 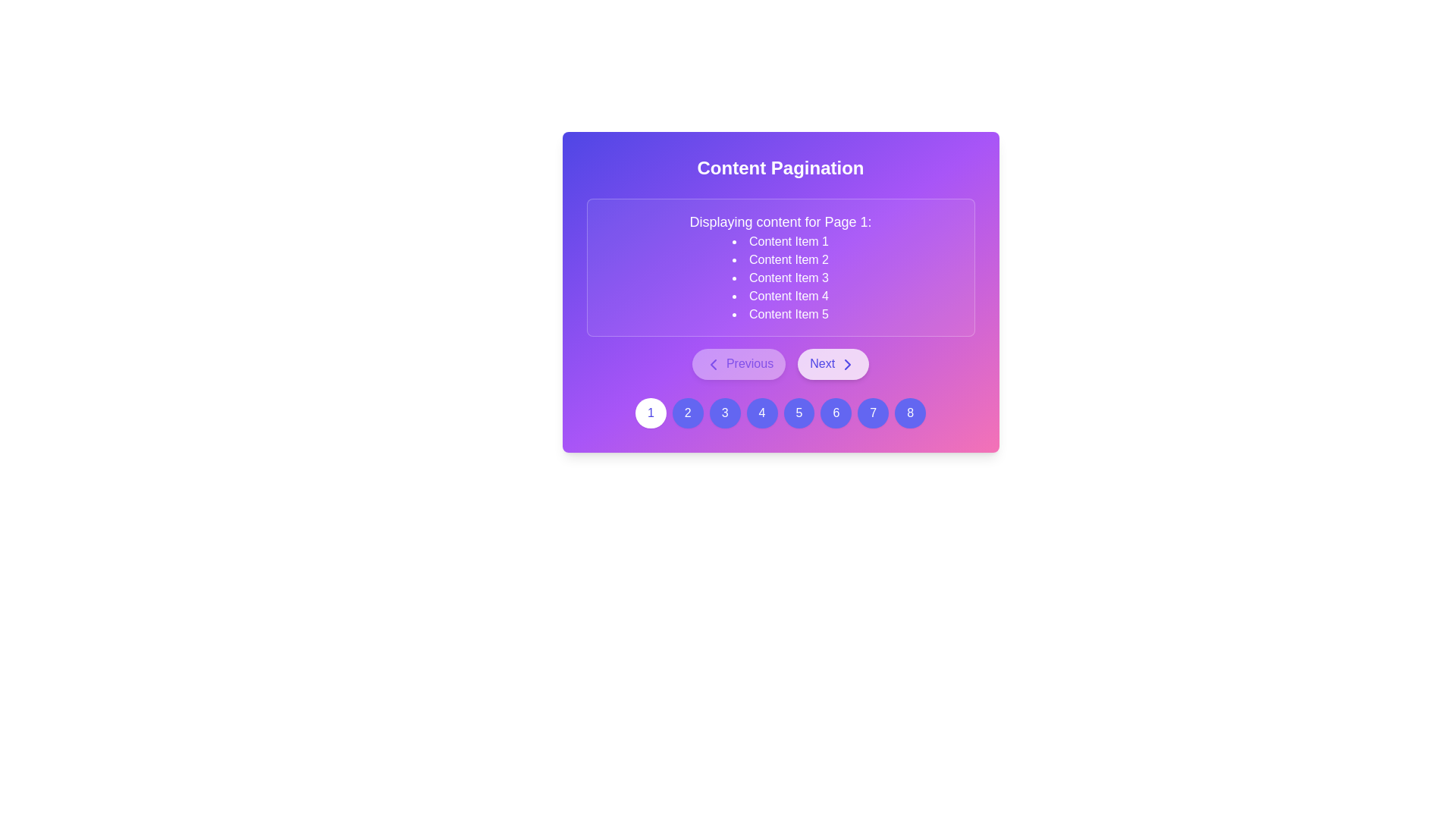 What do you see at coordinates (780, 296) in the screenshot?
I see `the text list item labeled 'Content Item 4' which is the fourth item in a vertically ordered list within a purple-gradient background` at bounding box center [780, 296].